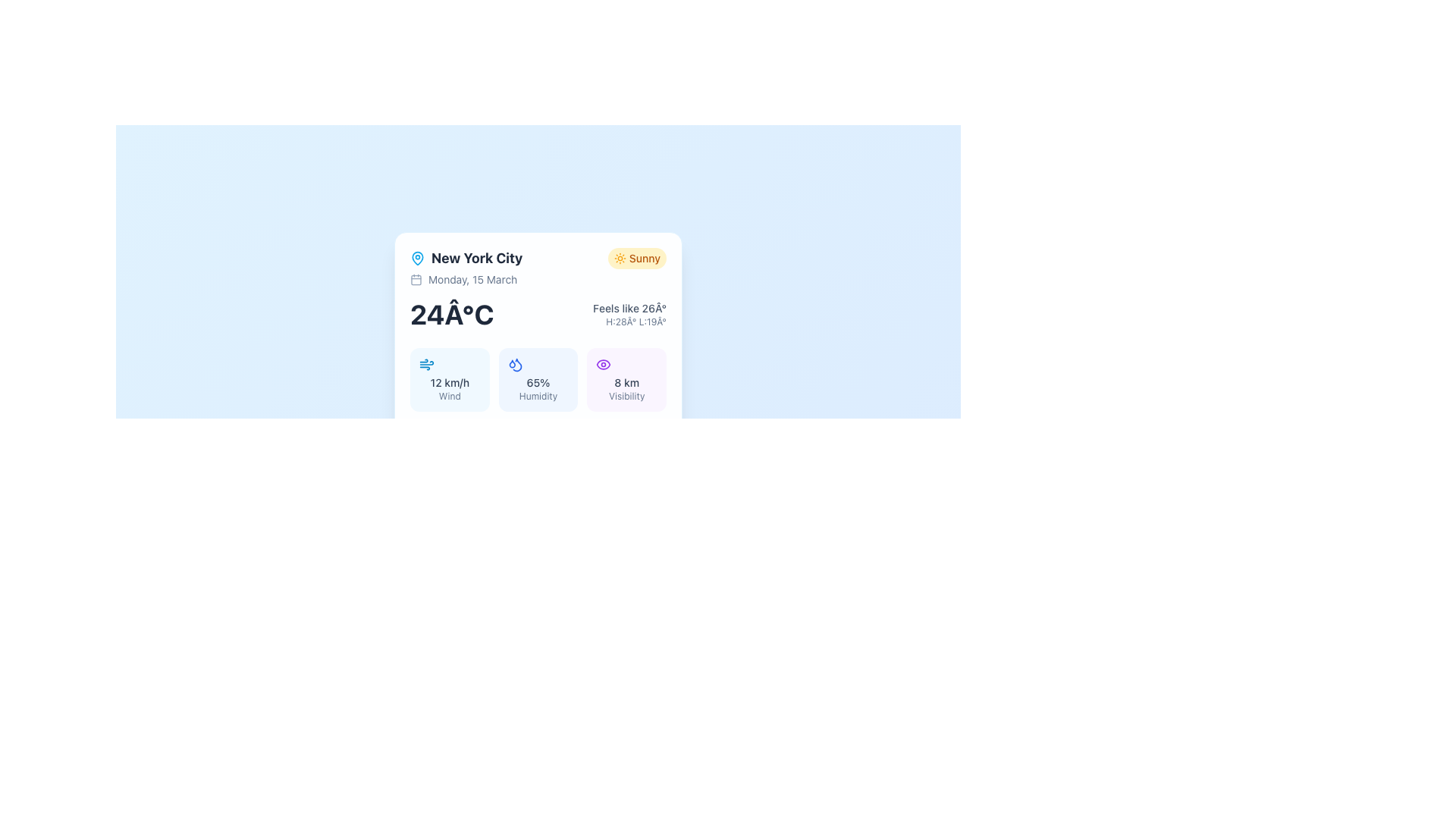  Describe the element at coordinates (449, 382) in the screenshot. I see `the wind speed text label indicating the wind speed in kilometers per hour, which is part of the weather data display` at that location.